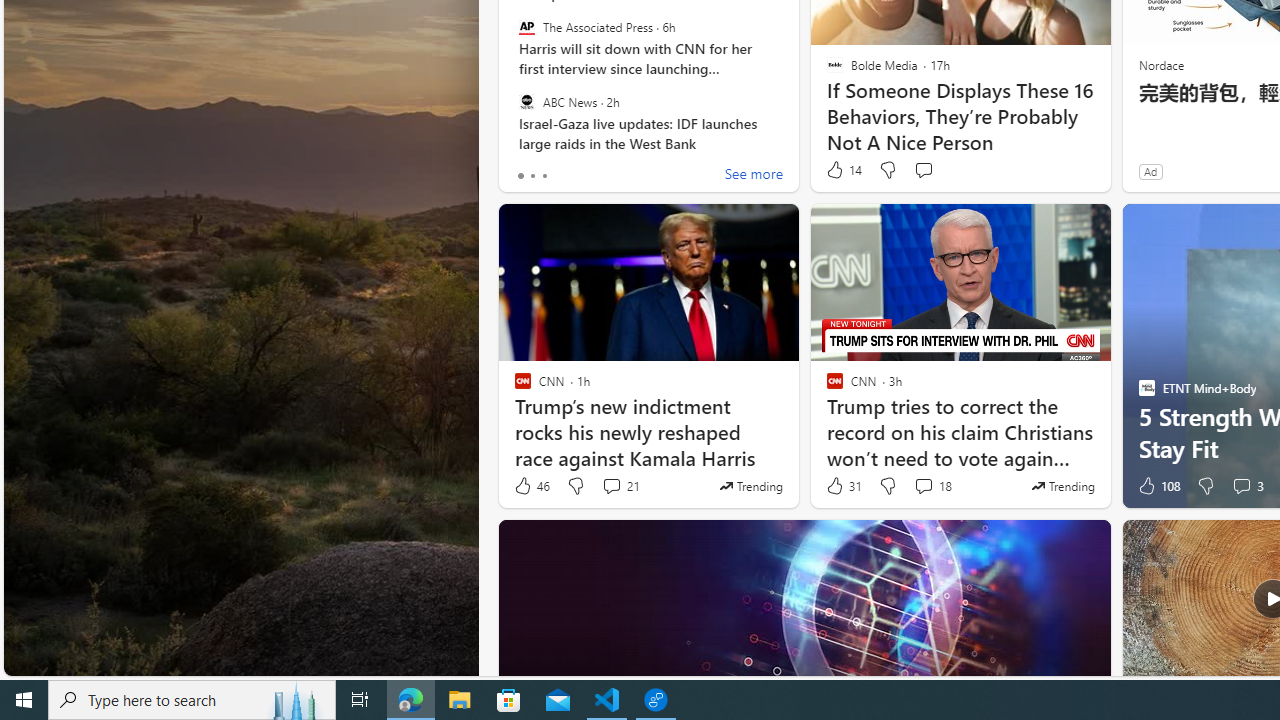 This screenshot has height=720, width=1280. Describe the element at coordinates (843, 169) in the screenshot. I see `'14 Like'` at that location.